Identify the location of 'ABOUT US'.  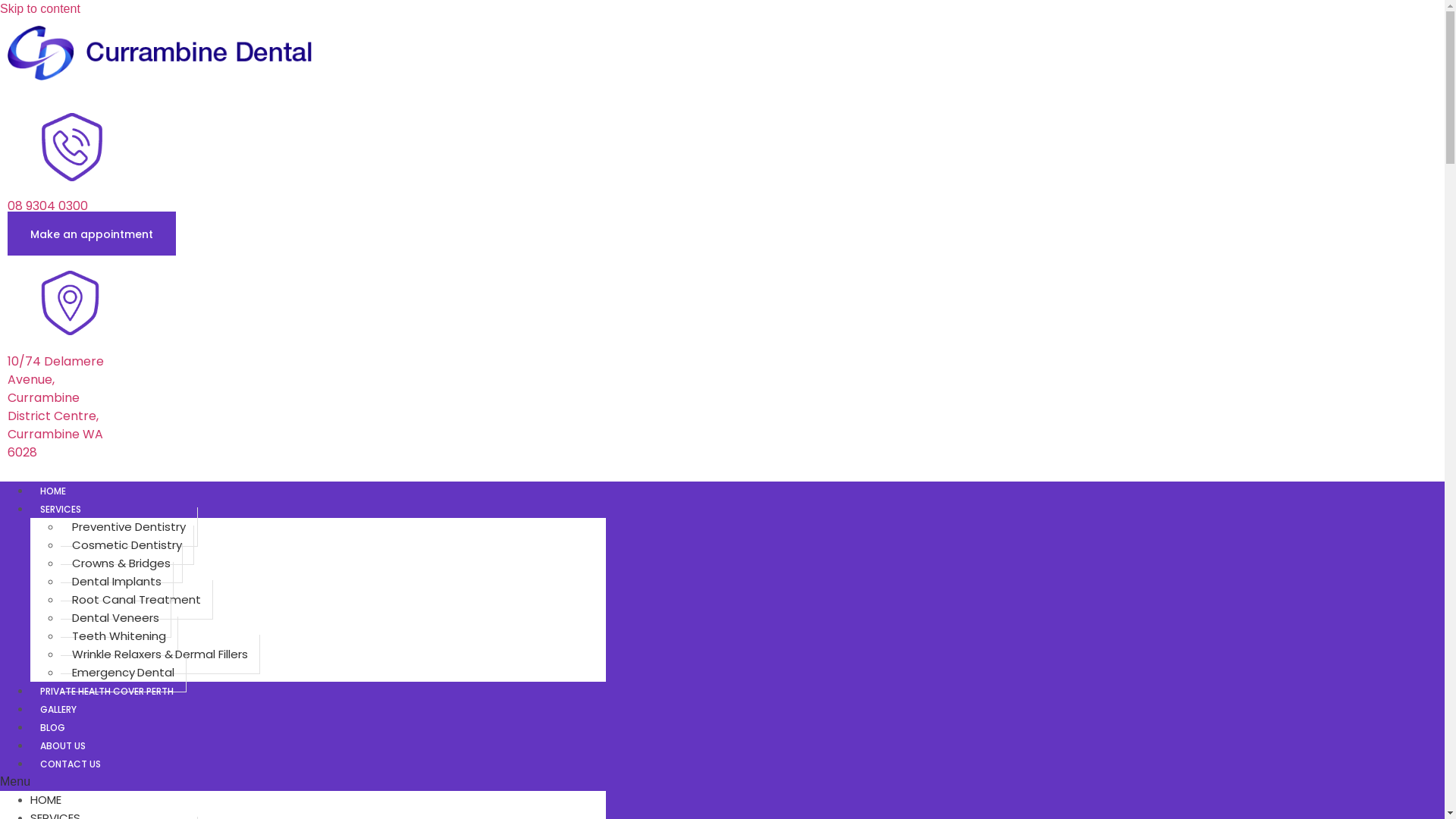
(62, 743).